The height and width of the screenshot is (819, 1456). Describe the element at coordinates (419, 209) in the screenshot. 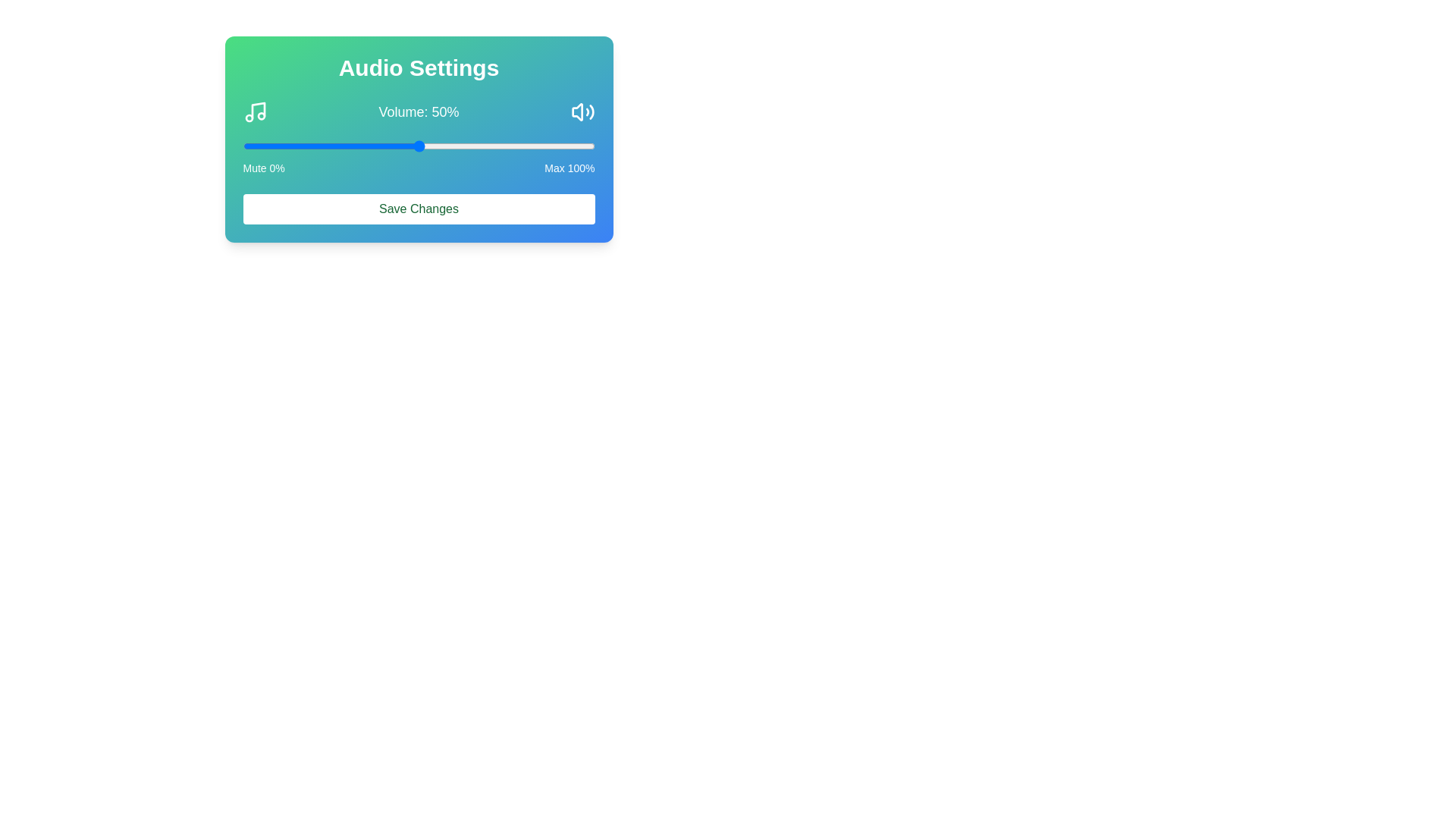

I see `the interactive element save_changes_button to observe its effects` at that location.